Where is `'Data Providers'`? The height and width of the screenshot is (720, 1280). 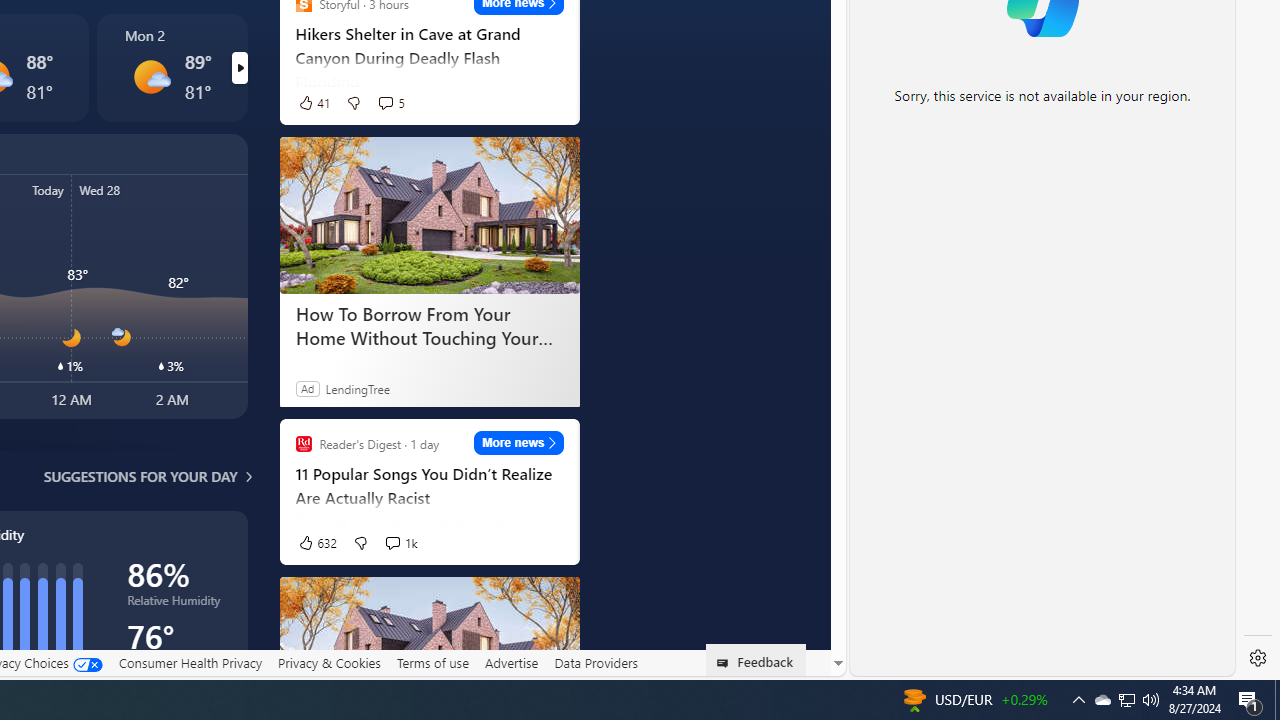 'Data Providers' is located at coordinates (594, 662).